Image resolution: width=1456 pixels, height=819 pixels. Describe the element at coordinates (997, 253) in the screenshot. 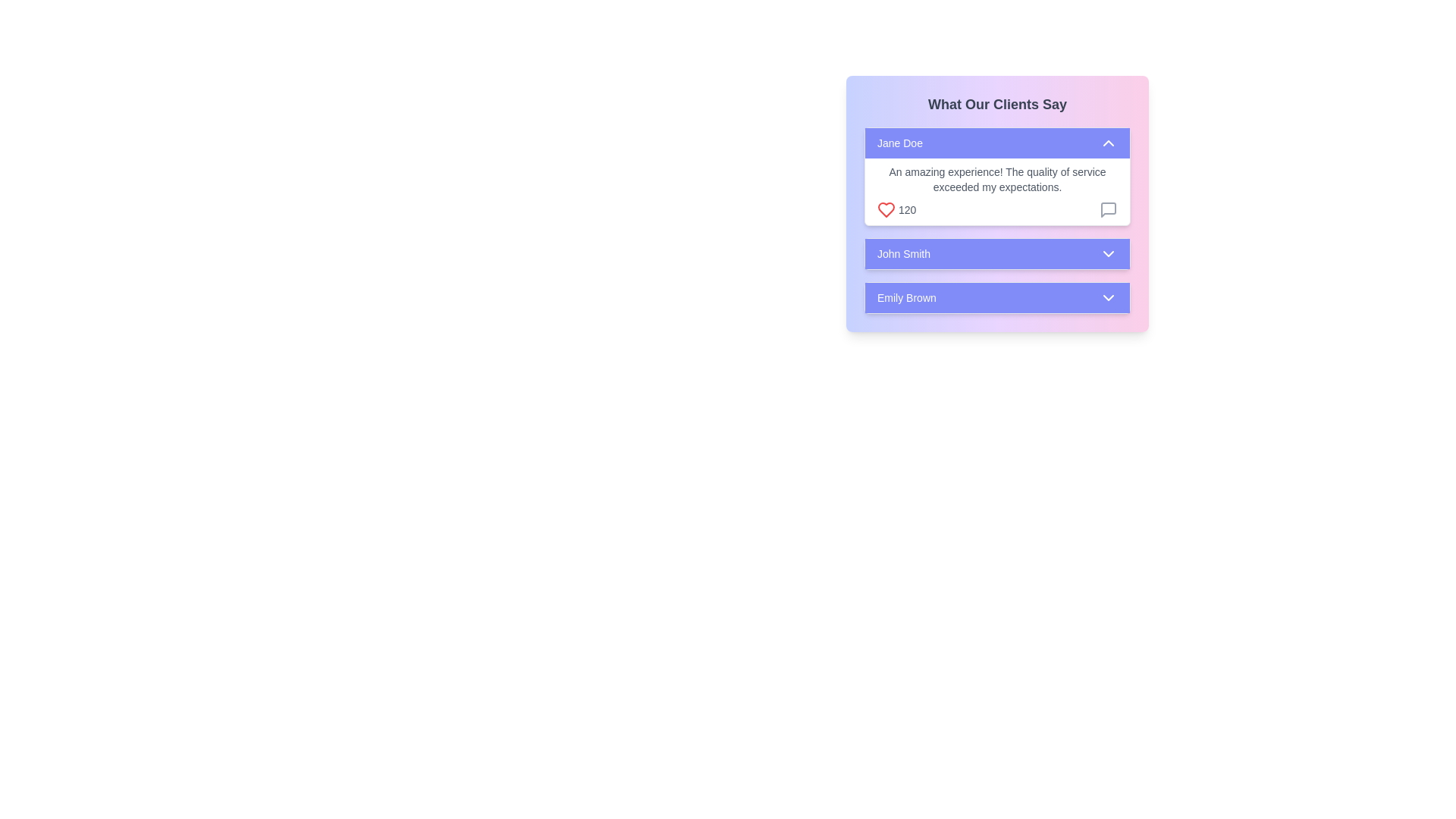

I see `the button with a violet background labeled 'John Smith'` at that location.